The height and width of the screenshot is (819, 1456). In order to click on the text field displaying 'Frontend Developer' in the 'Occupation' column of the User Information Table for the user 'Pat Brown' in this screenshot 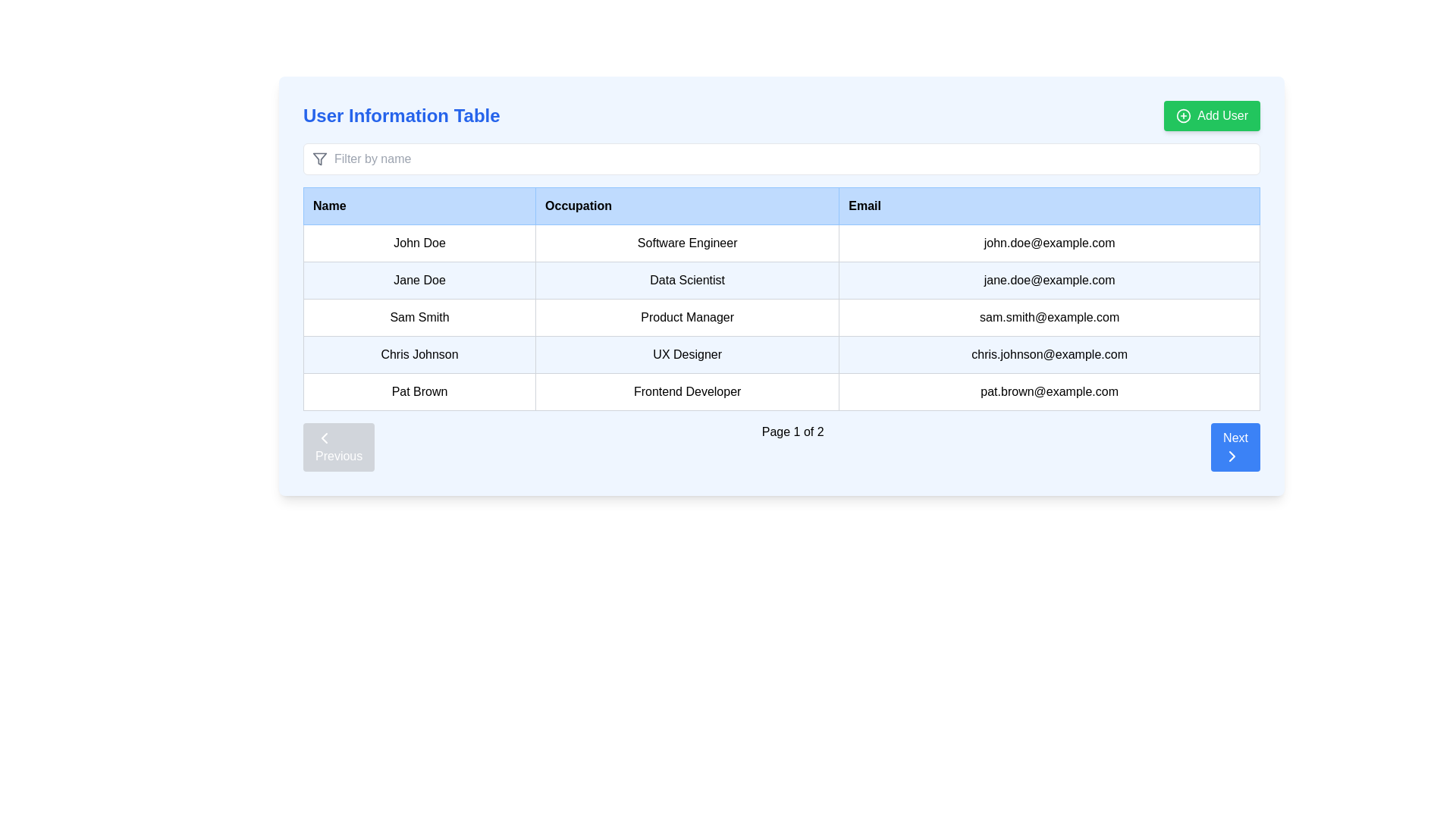, I will do `click(686, 391)`.